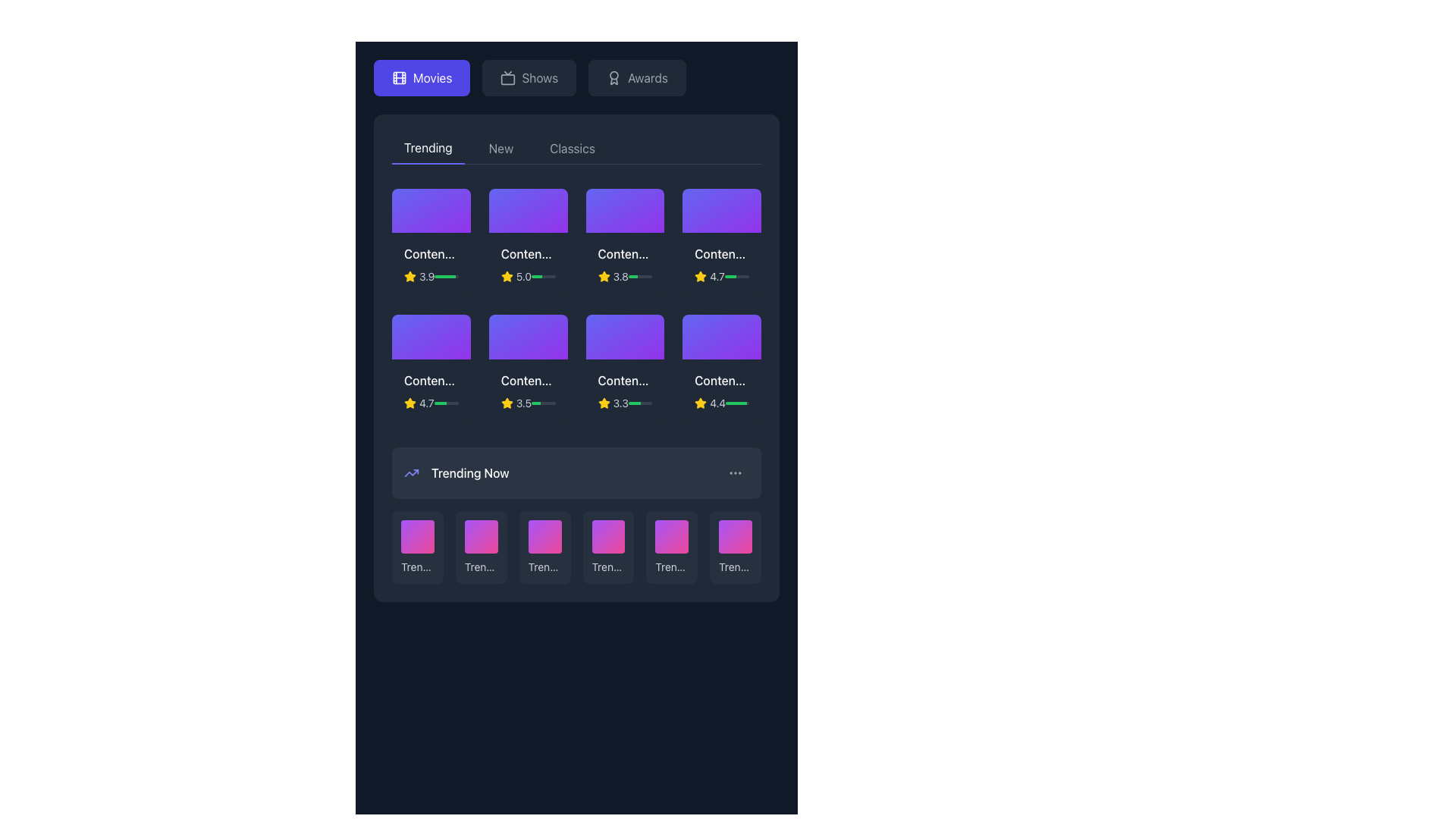 This screenshot has width=1456, height=819. What do you see at coordinates (507, 277) in the screenshot?
I see `the yellow star-shaped icon in the 'Trending' section, which is the third star icon in the first row of the grid` at bounding box center [507, 277].